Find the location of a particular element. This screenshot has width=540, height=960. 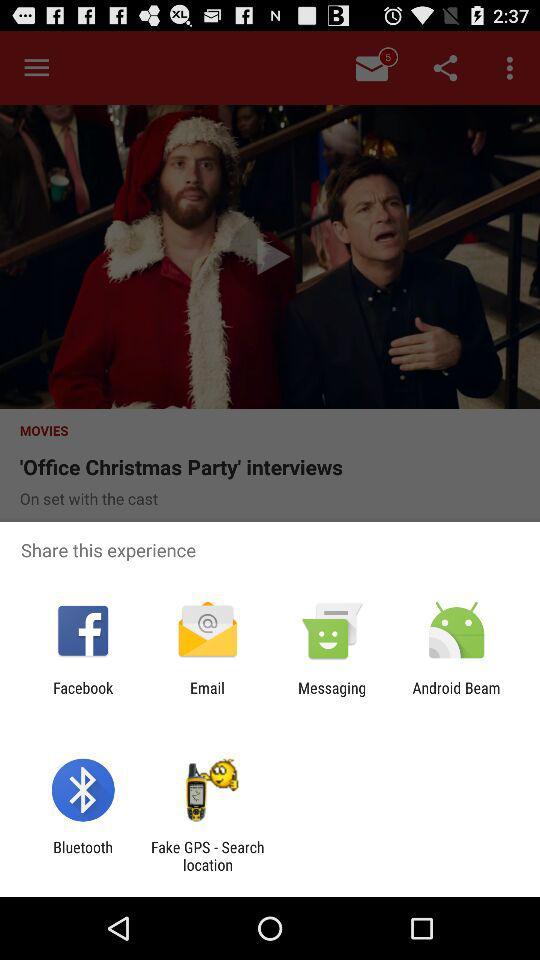

the android beam at the bottom right corner is located at coordinates (456, 696).